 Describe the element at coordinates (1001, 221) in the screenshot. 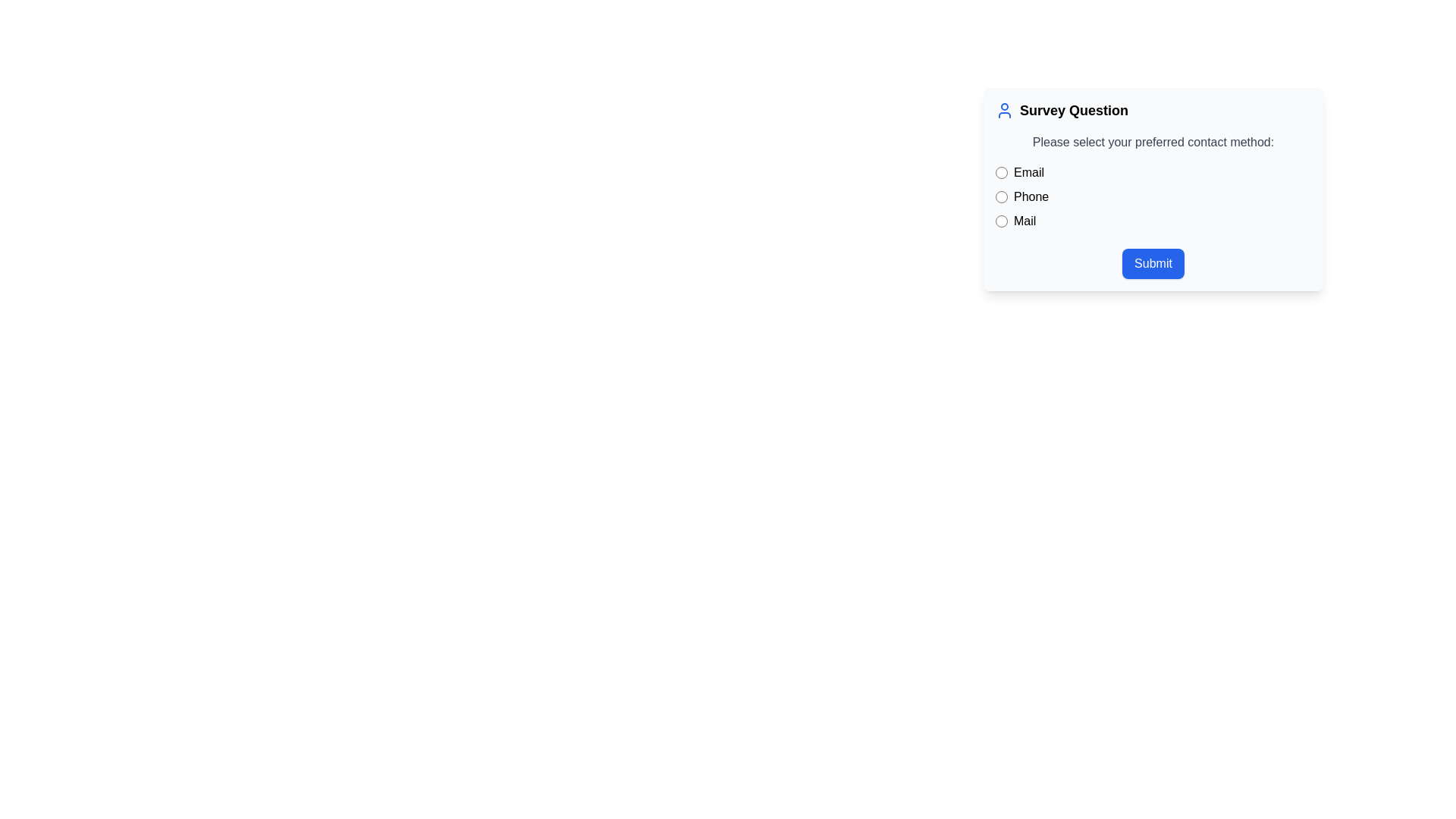

I see `the 'Mail' radio button` at that location.